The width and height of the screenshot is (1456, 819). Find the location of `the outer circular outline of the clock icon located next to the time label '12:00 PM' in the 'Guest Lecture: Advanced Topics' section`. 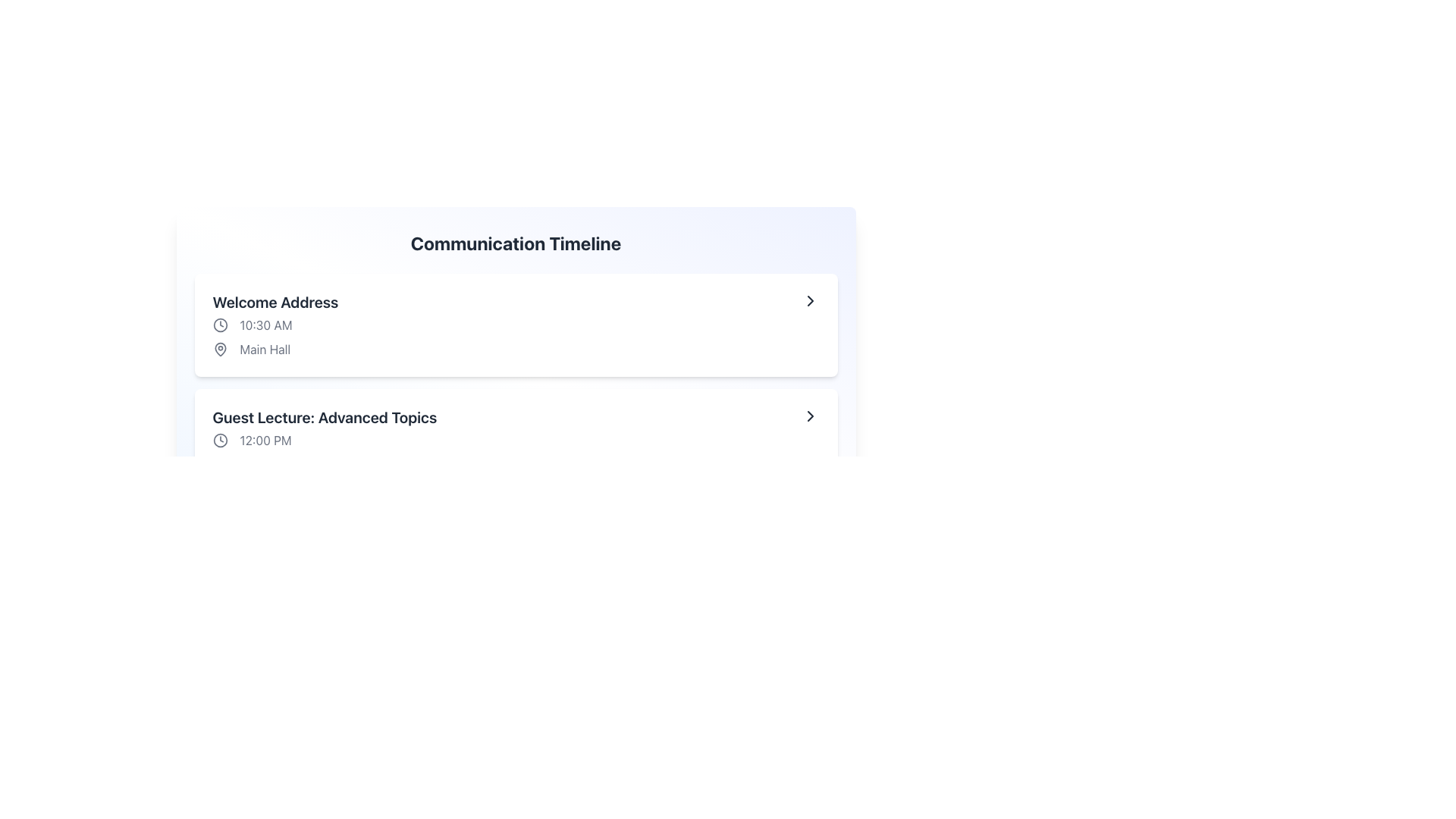

the outer circular outline of the clock icon located next to the time label '12:00 PM' in the 'Guest Lecture: Advanced Topics' section is located at coordinates (219, 441).